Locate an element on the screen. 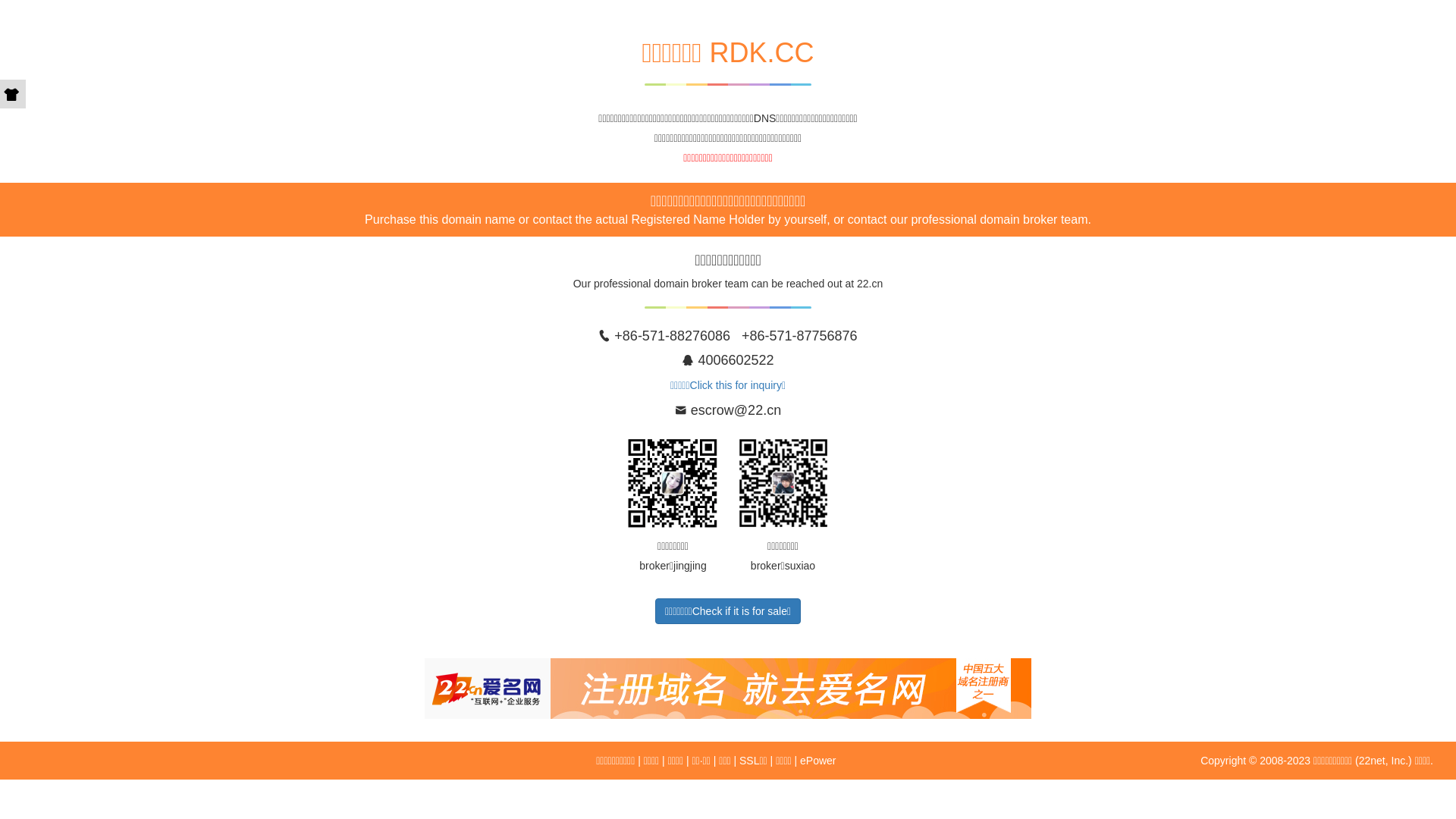 The image size is (1456, 819). 'ePower' is located at coordinates (817, 760).